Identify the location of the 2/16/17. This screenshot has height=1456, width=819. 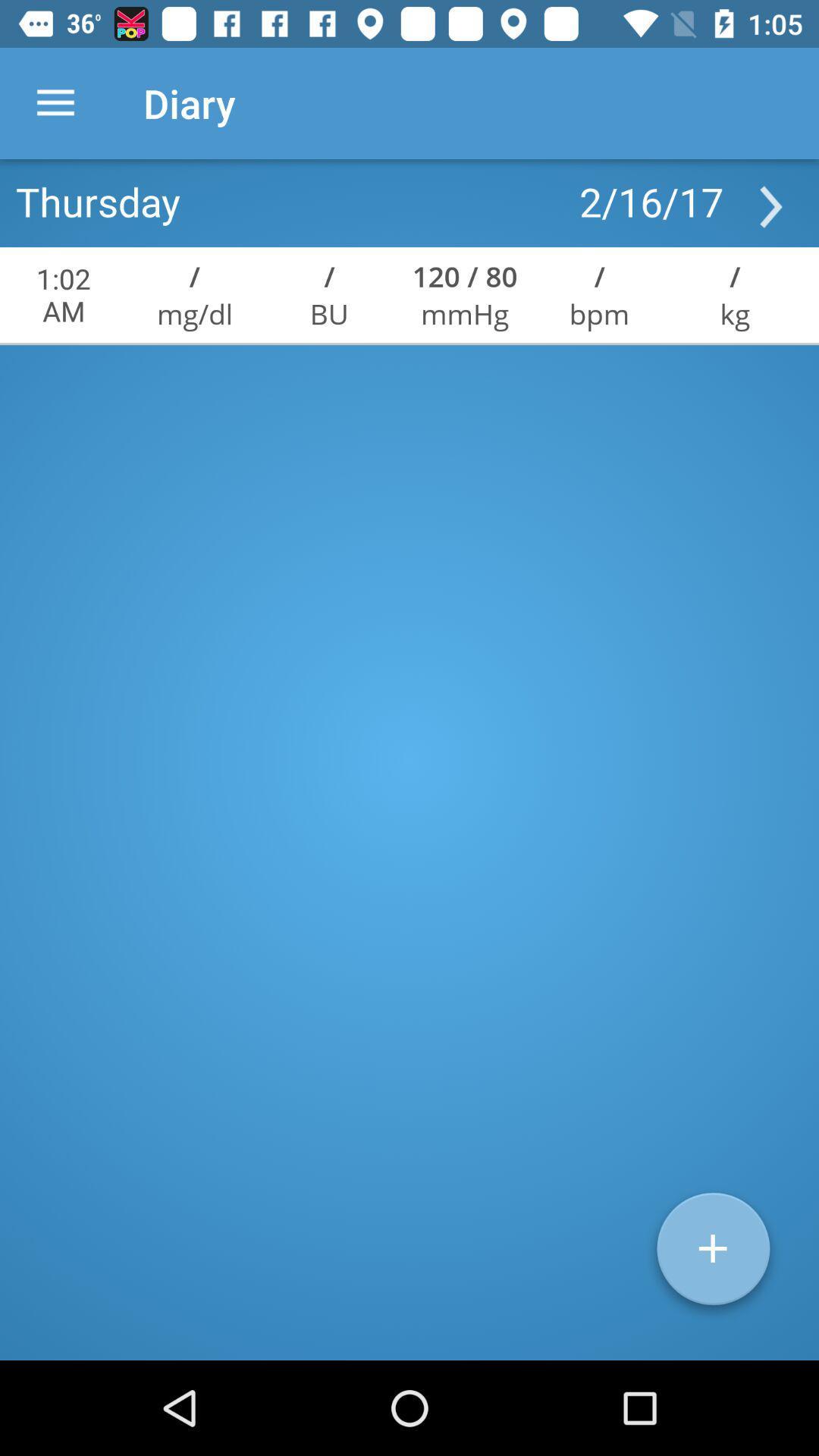
(651, 200).